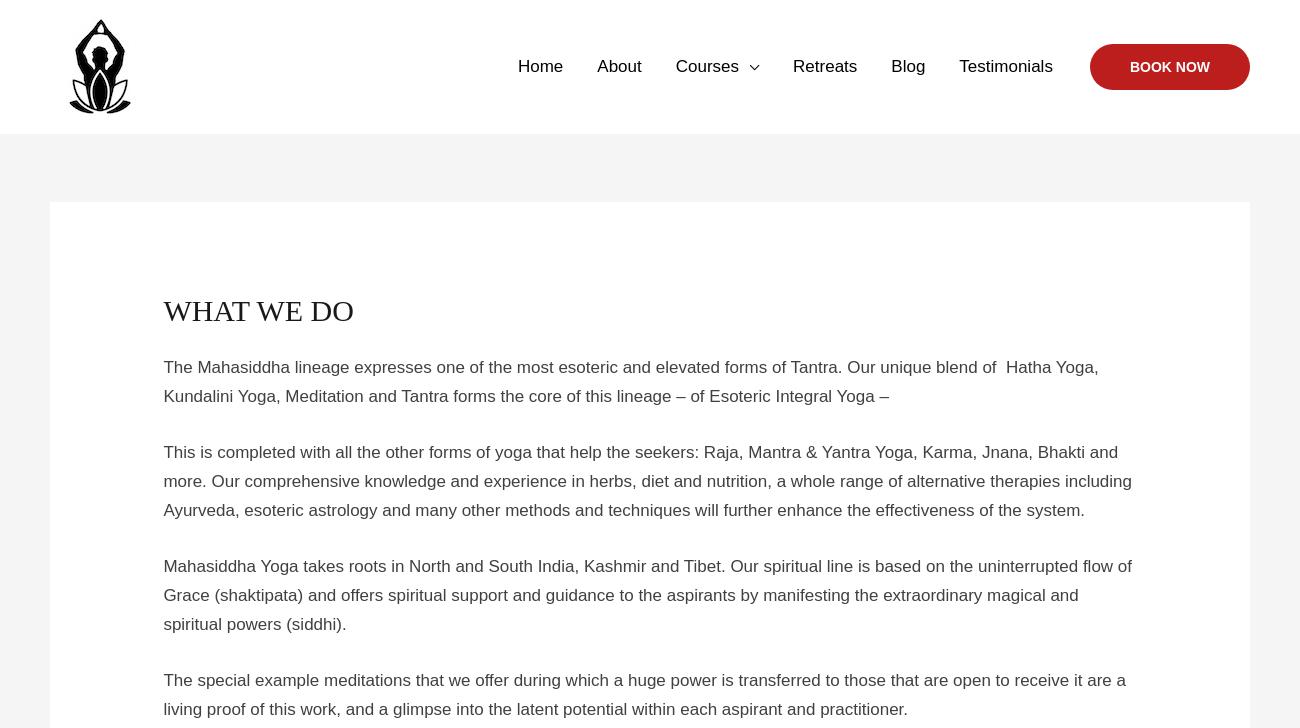 The height and width of the screenshot is (728, 1300). Describe the element at coordinates (907, 66) in the screenshot. I see `'Blog'` at that location.